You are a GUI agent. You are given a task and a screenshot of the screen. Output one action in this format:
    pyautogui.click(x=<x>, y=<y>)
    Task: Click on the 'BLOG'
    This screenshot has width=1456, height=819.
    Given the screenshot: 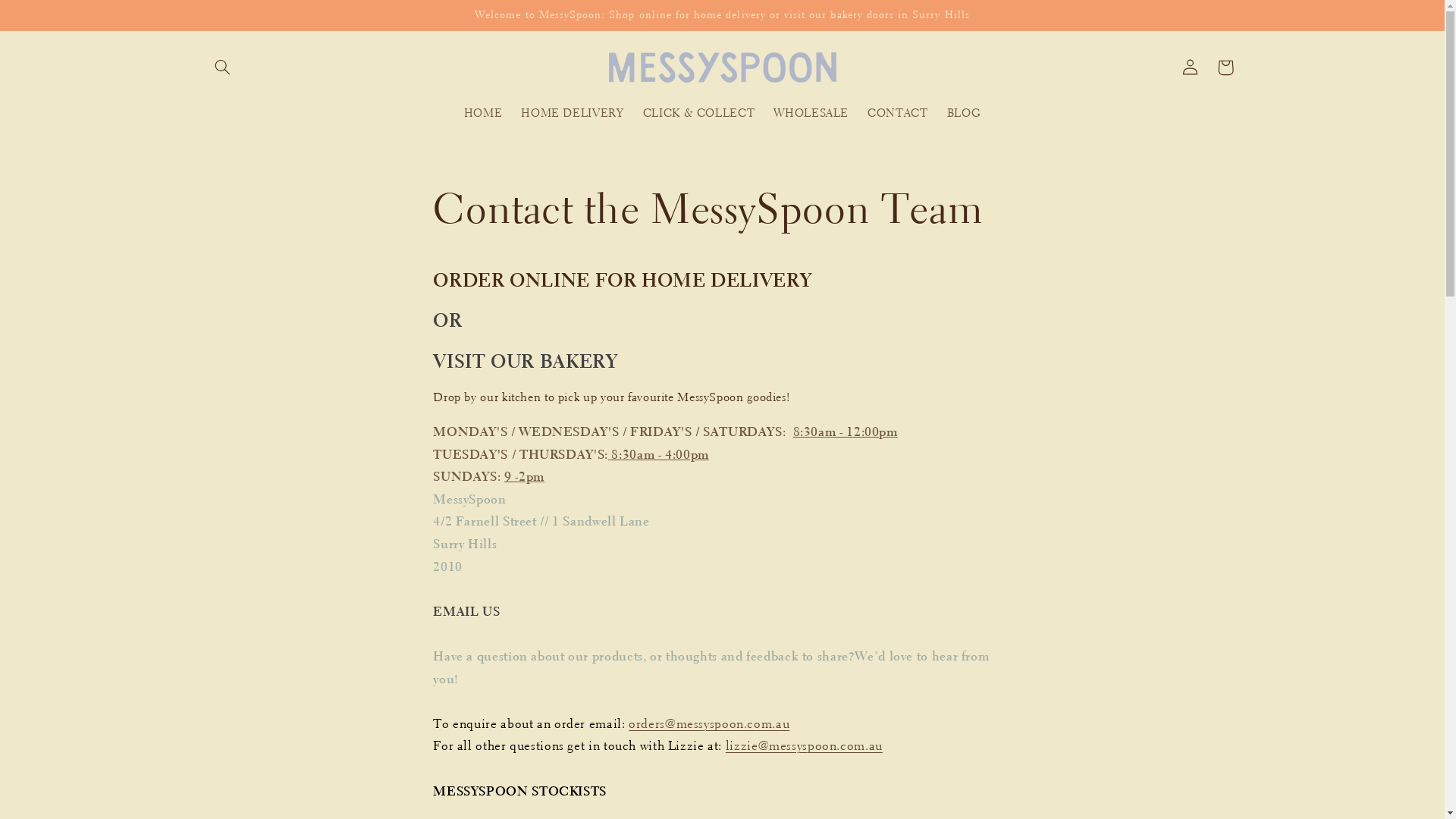 What is the action you would take?
    pyautogui.click(x=963, y=113)
    